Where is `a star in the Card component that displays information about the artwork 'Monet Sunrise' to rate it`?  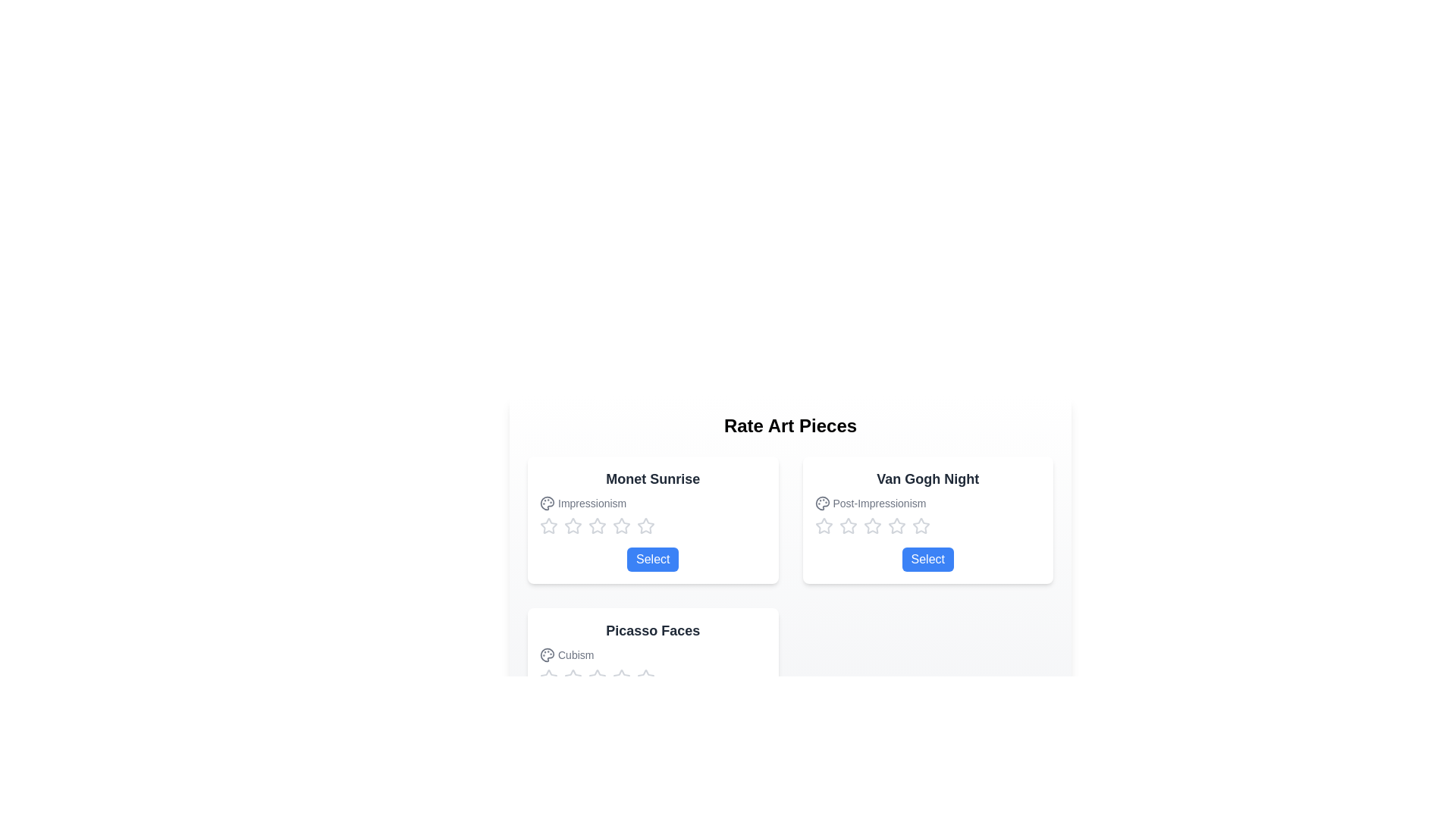
a star in the Card component that displays information about the artwork 'Monet Sunrise' to rate it is located at coordinates (653, 519).